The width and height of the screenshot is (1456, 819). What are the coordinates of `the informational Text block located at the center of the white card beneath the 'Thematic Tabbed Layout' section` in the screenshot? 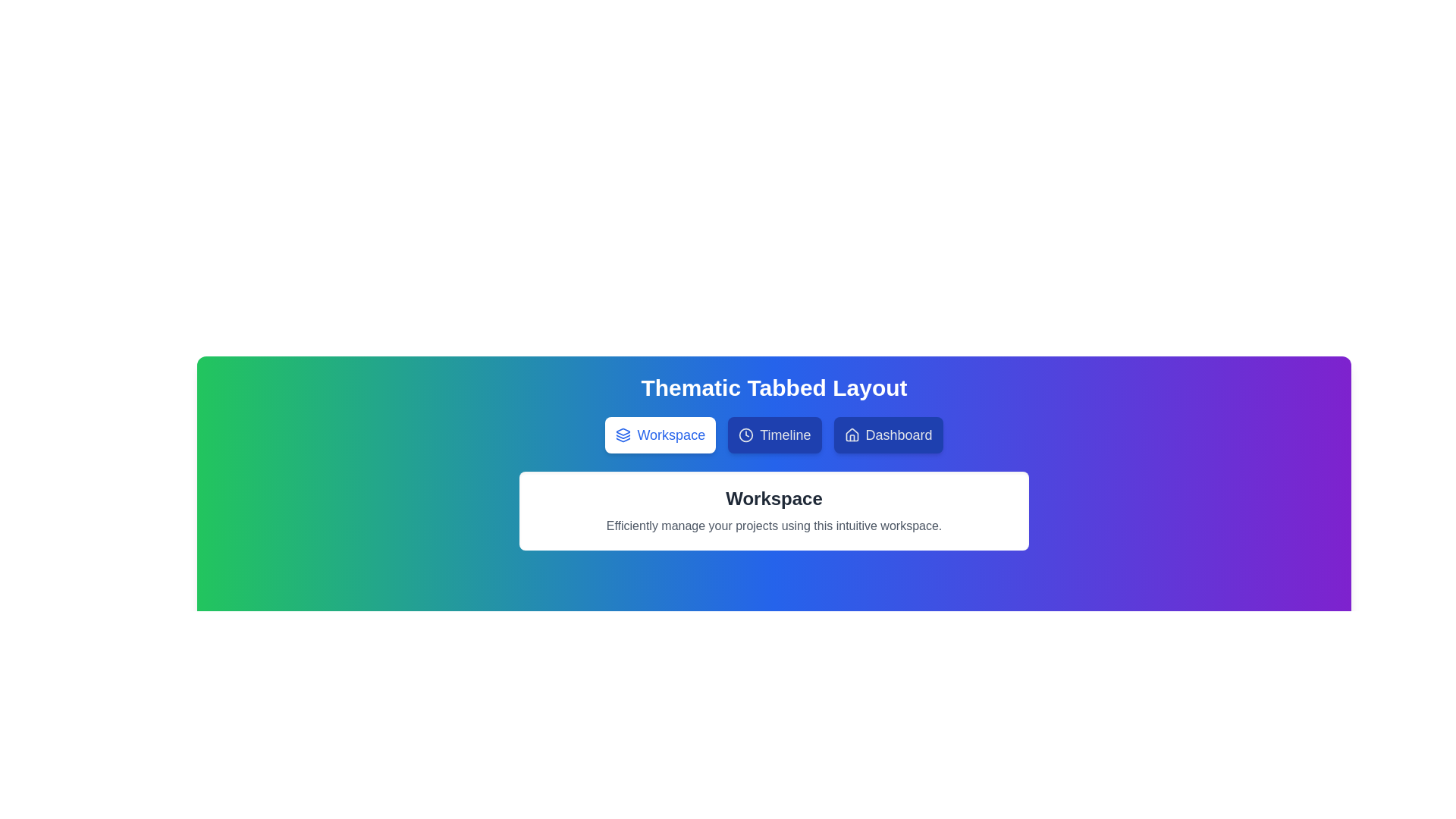 It's located at (774, 511).